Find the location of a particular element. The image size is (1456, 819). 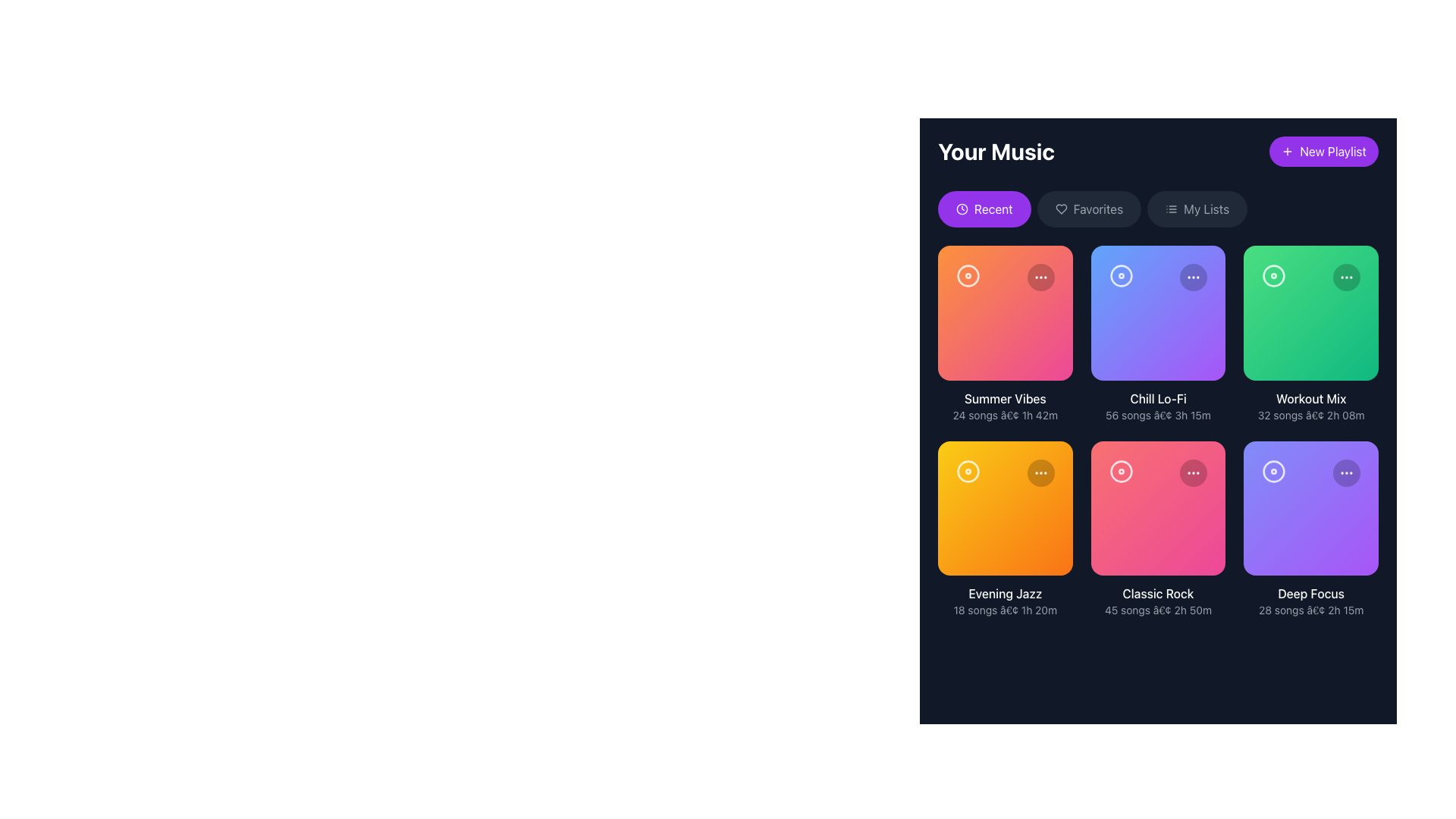

the Text Label that displays information about the number of songs and total duration of the 'Evening Jazz' playlist, located in the second row, first column of the playlist grid, beneath the orange-colored 'Evening Jazz' title is located at coordinates (1005, 610).